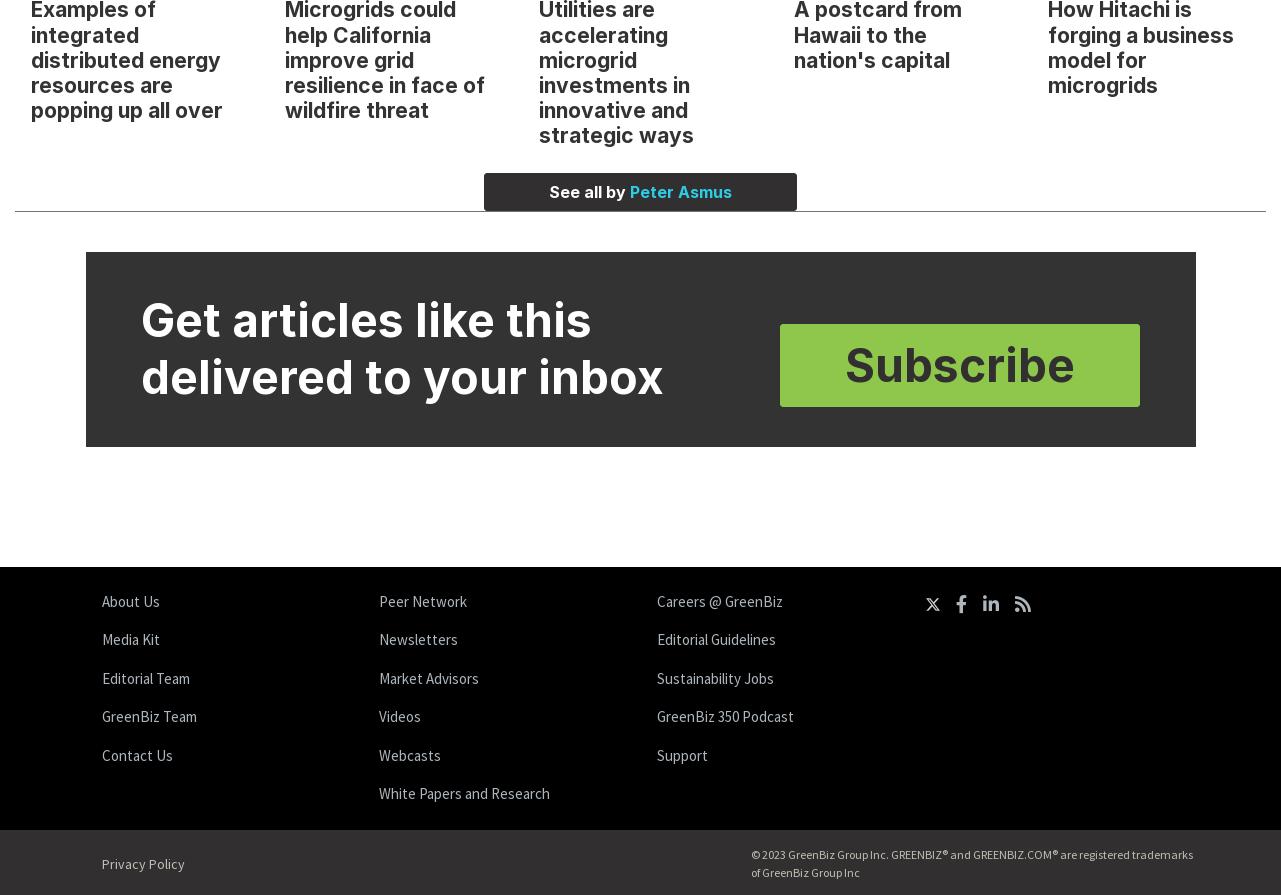 Image resolution: width=1281 pixels, height=895 pixels. I want to click on 'GreenBiz Group Inc', so click(809, 870).